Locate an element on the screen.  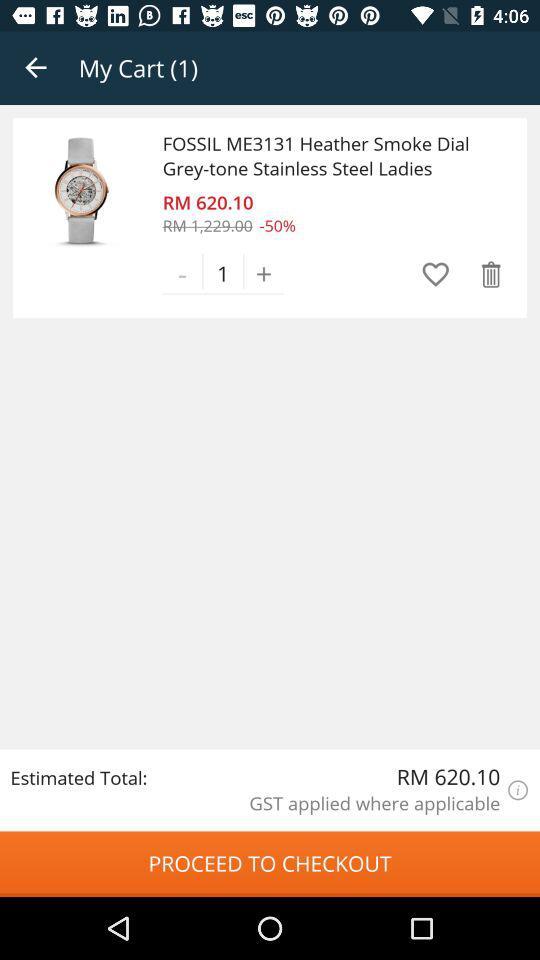
app below my cart (1) is located at coordinates (327, 155).